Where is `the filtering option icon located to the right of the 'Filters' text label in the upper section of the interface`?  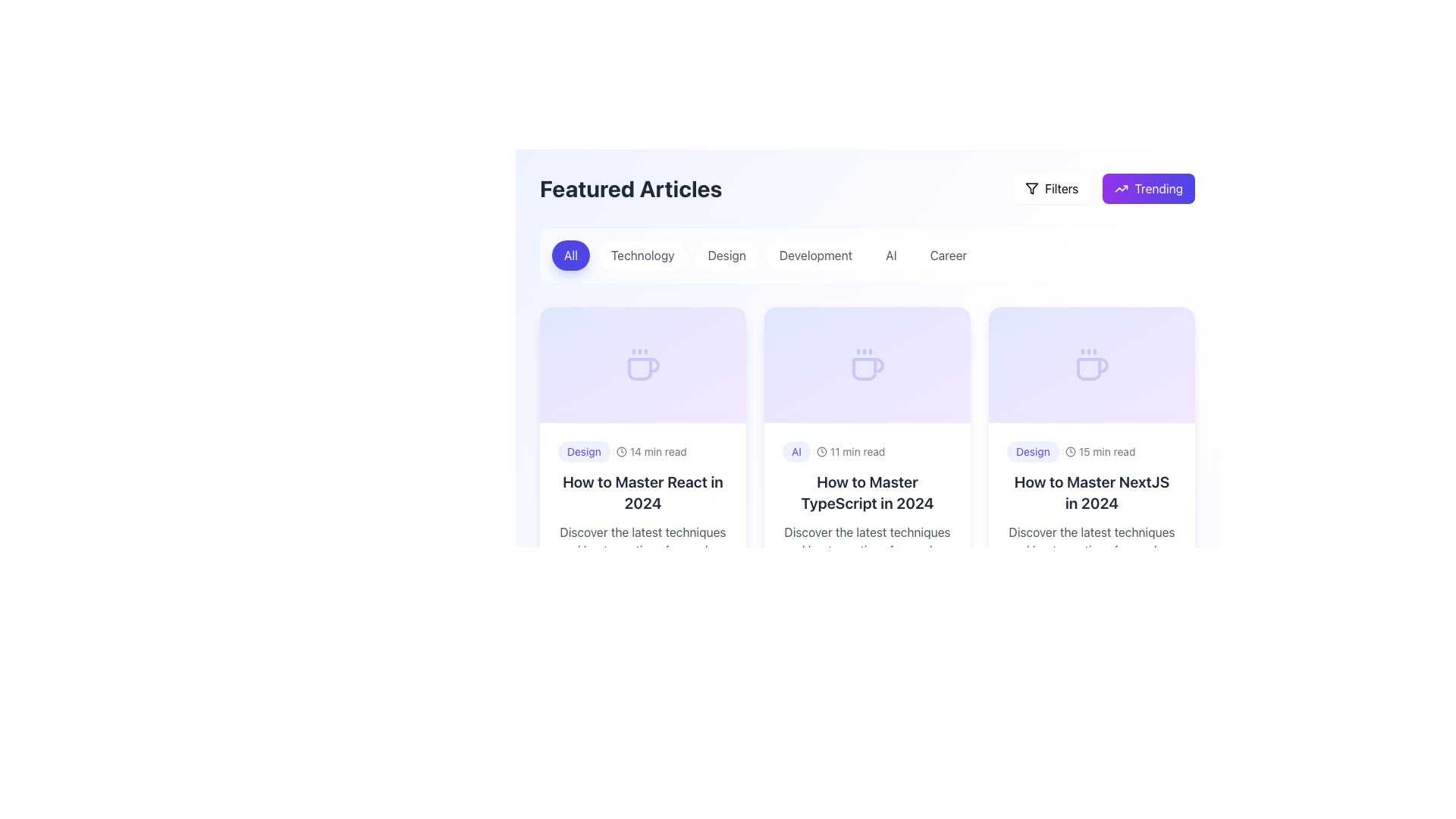 the filtering option icon located to the right of the 'Filters' text label in the upper section of the interface is located at coordinates (1031, 188).